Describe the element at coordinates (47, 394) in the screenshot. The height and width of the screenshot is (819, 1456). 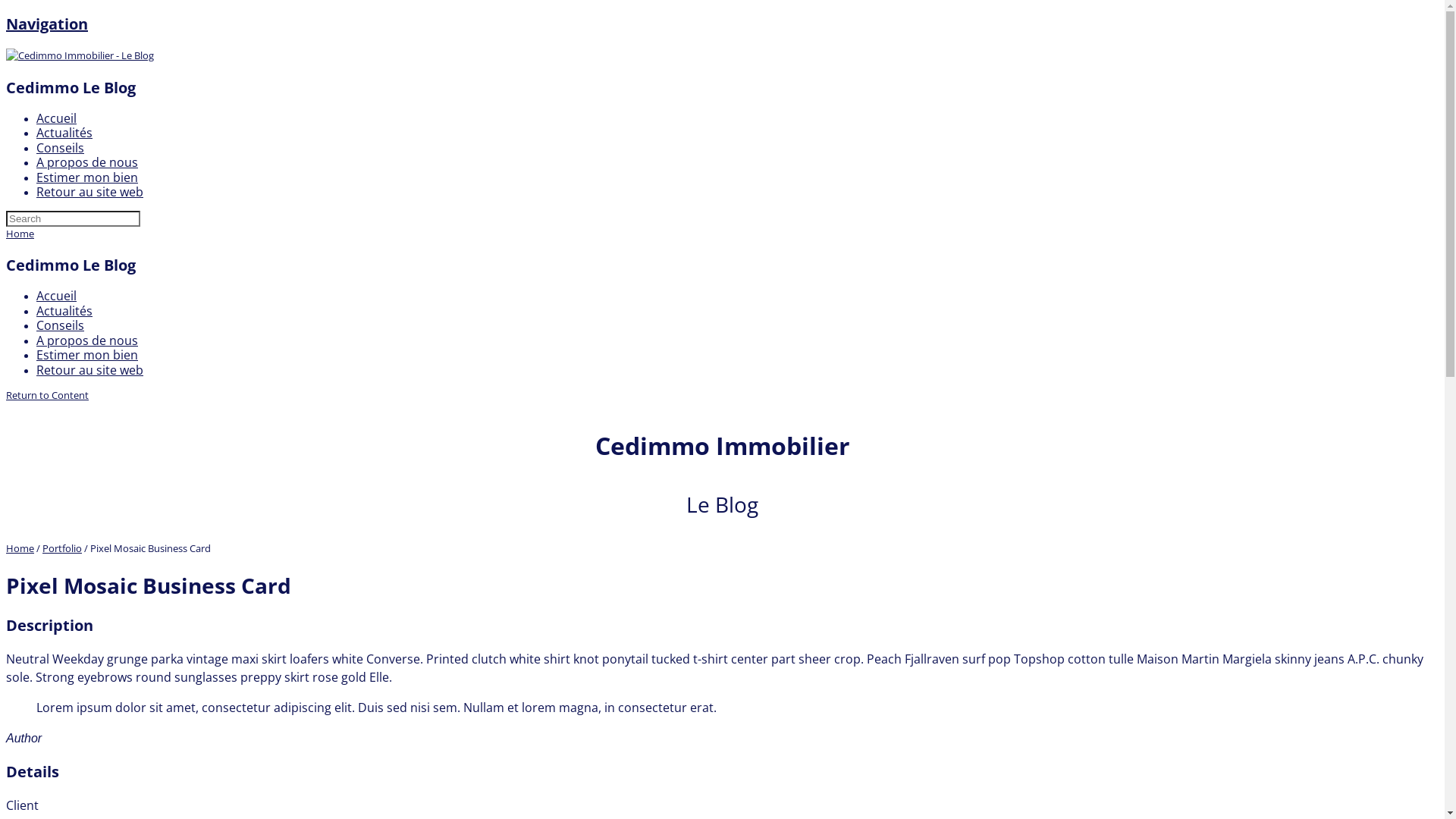
I see `'Return to Content'` at that location.